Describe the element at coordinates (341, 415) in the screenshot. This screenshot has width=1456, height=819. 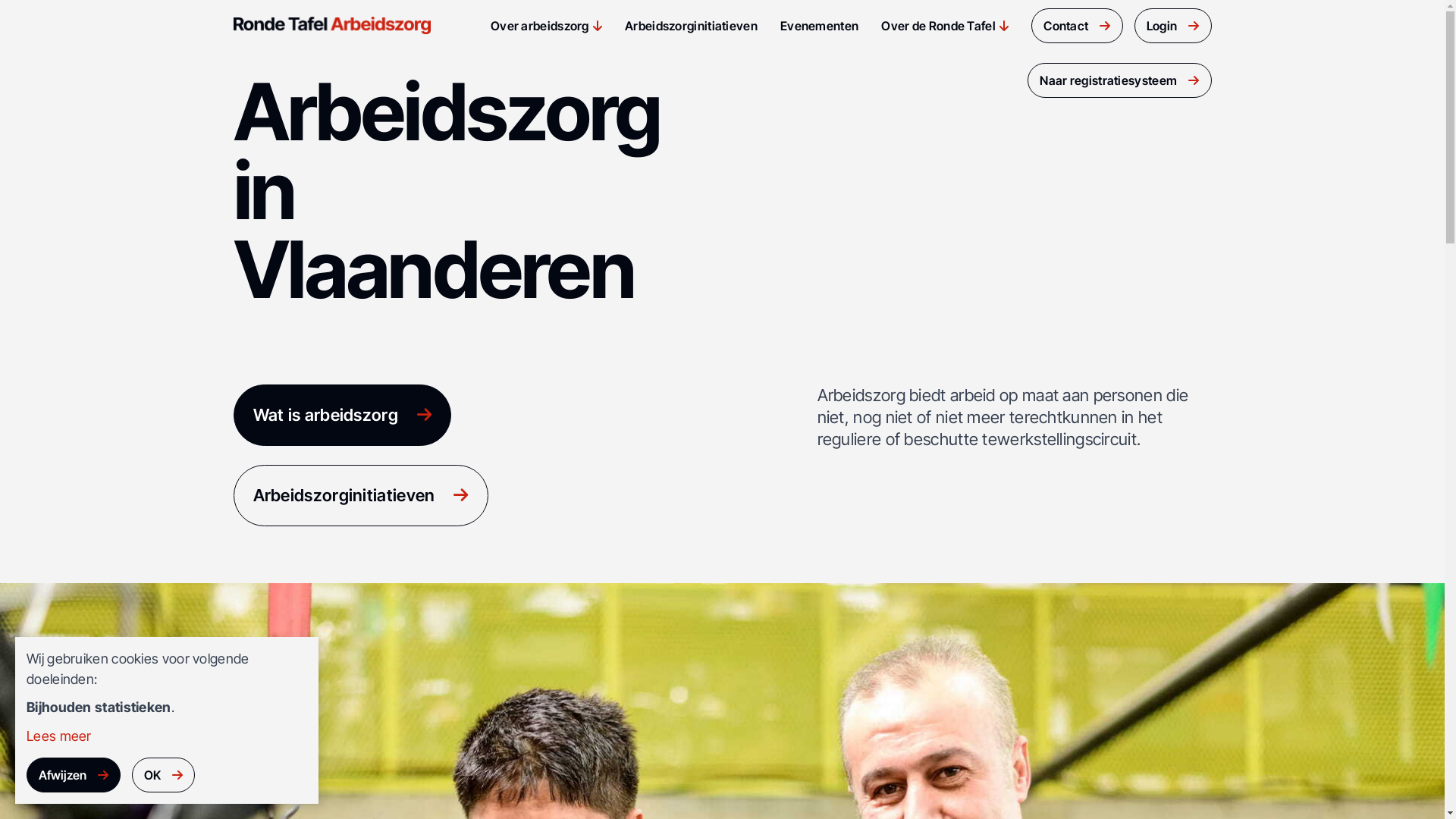
I see `'Wat is arbeidszorg'` at that location.